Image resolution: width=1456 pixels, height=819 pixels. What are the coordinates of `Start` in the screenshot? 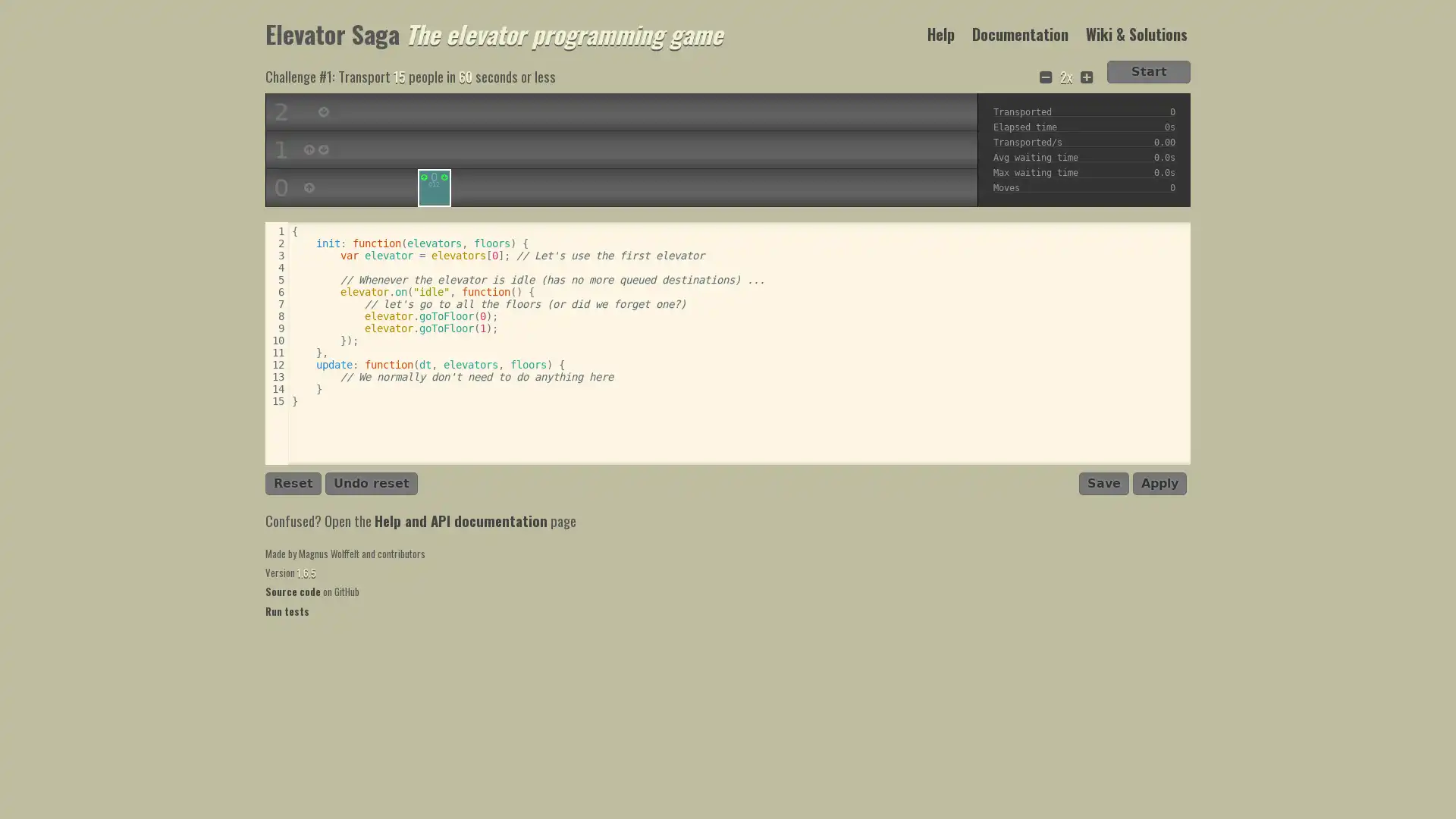 It's located at (1149, 72).